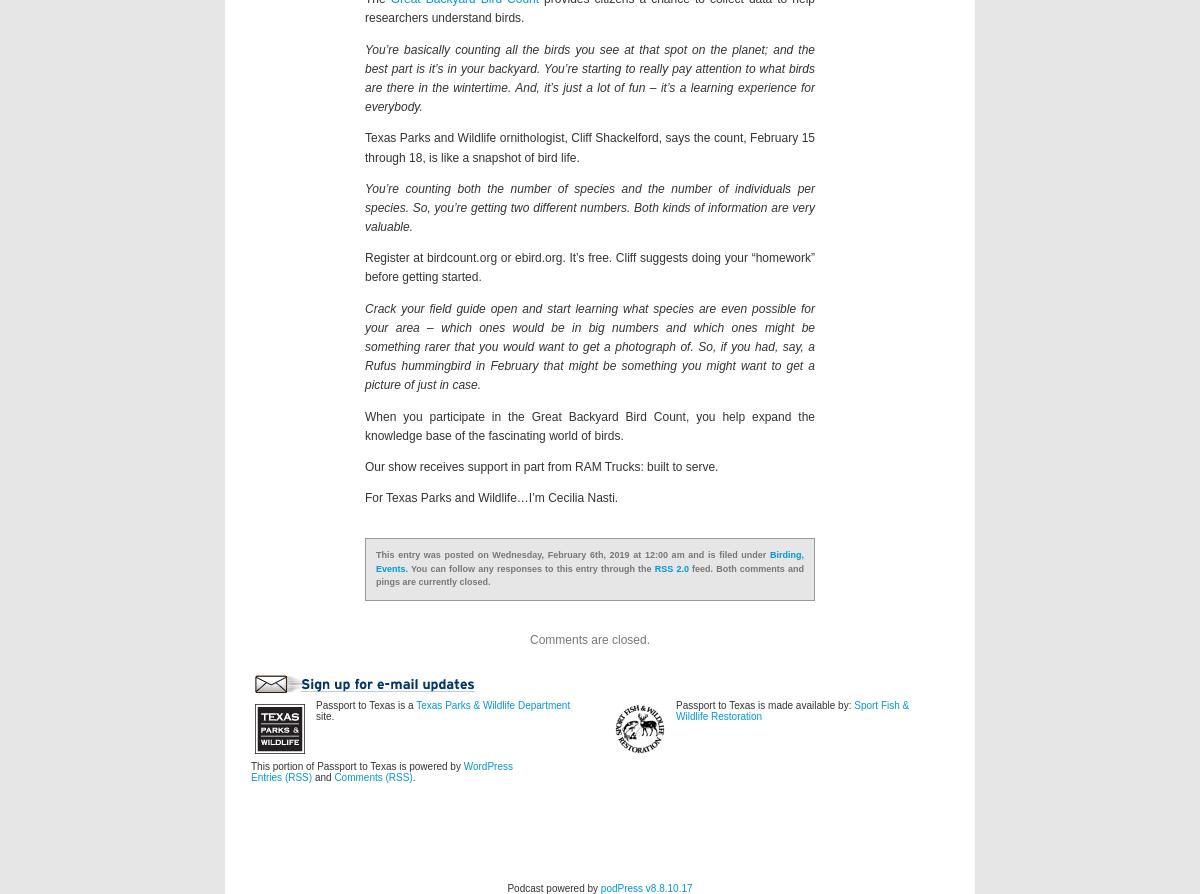  What do you see at coordinates (784, 554) in the screenshot?
I see `'Birding'` at bounding box center [784, 554].